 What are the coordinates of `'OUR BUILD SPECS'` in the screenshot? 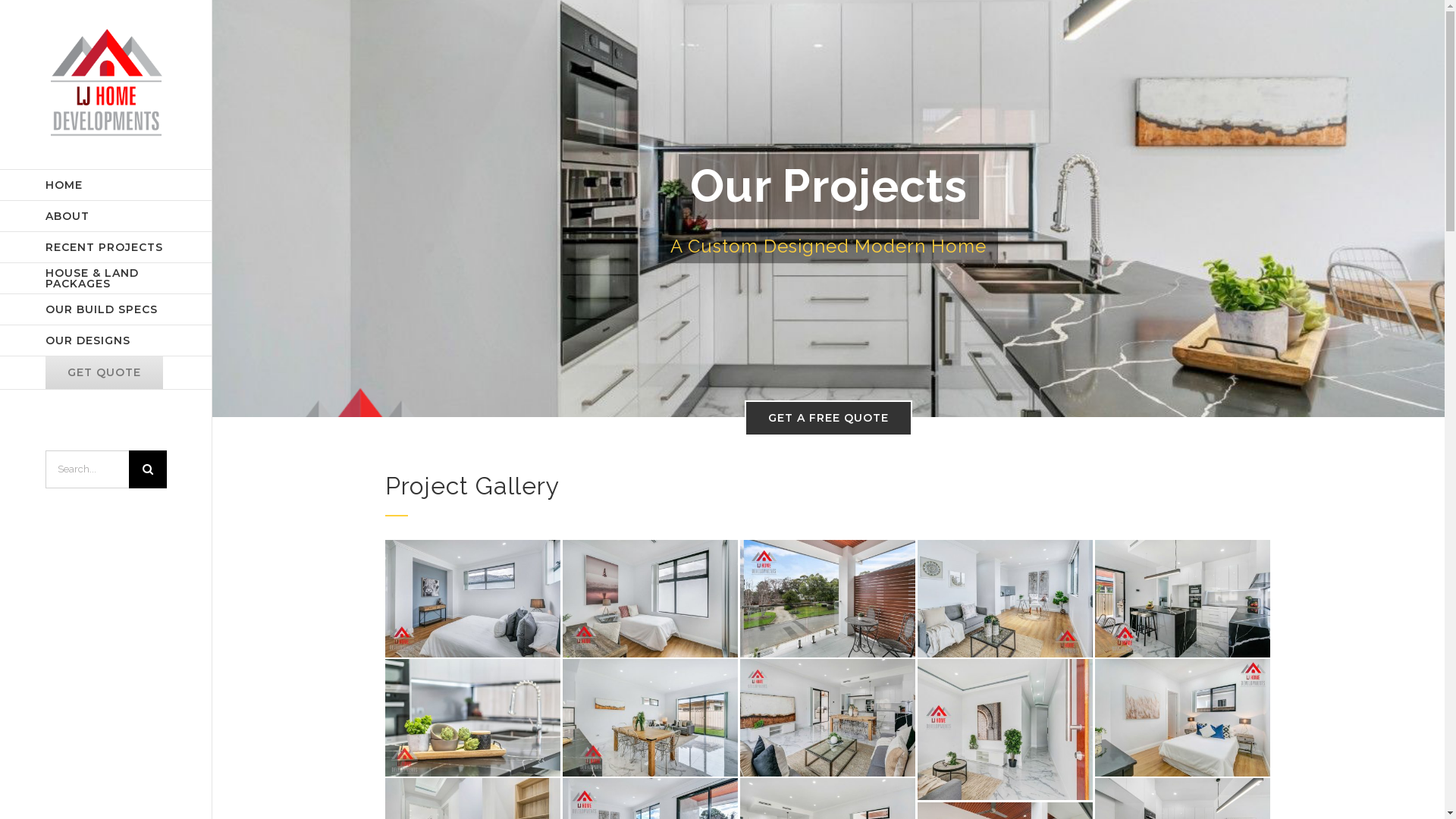 It's located at (105, 309).